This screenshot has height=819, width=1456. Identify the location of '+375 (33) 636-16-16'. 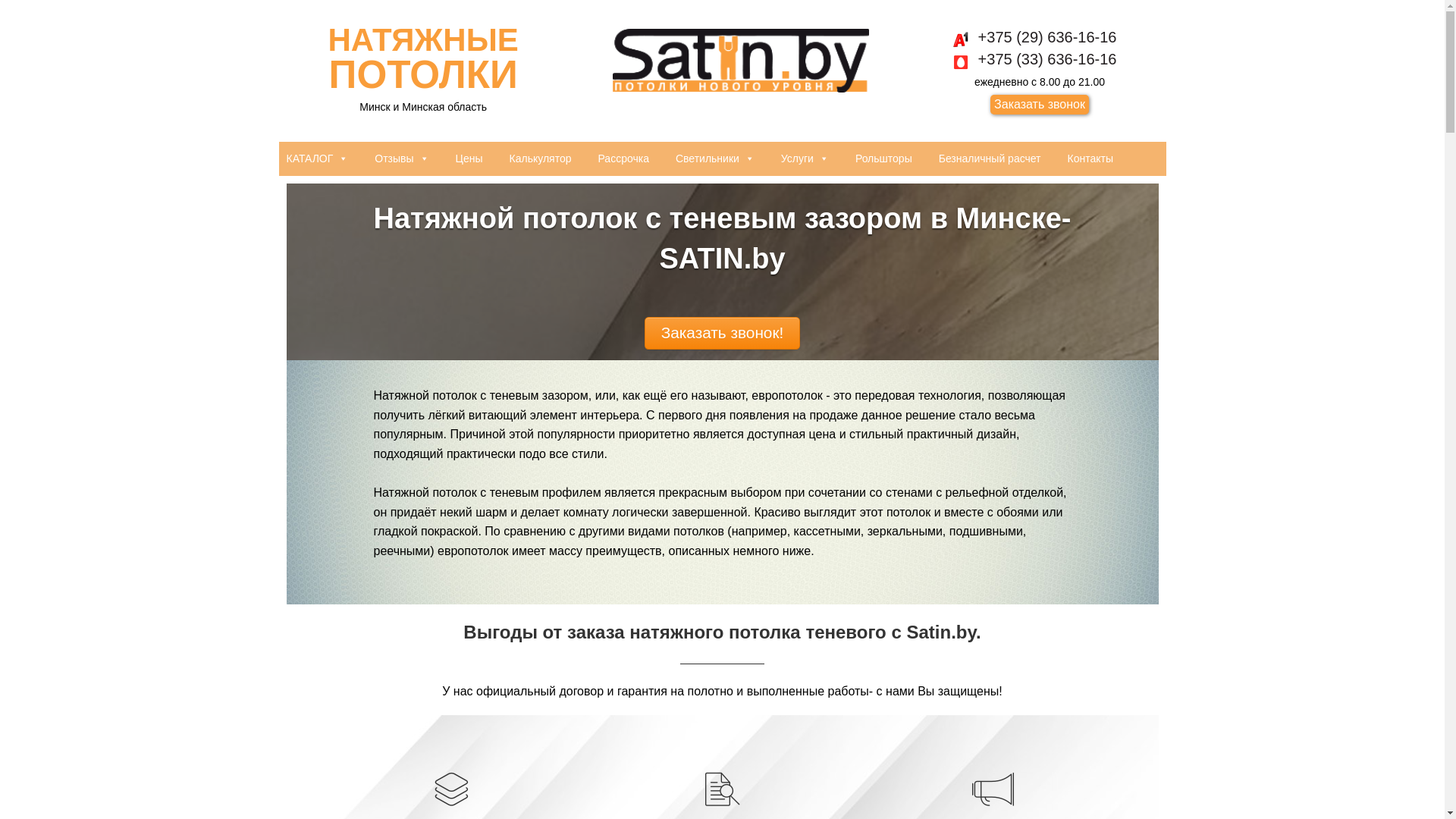
(962, 58).